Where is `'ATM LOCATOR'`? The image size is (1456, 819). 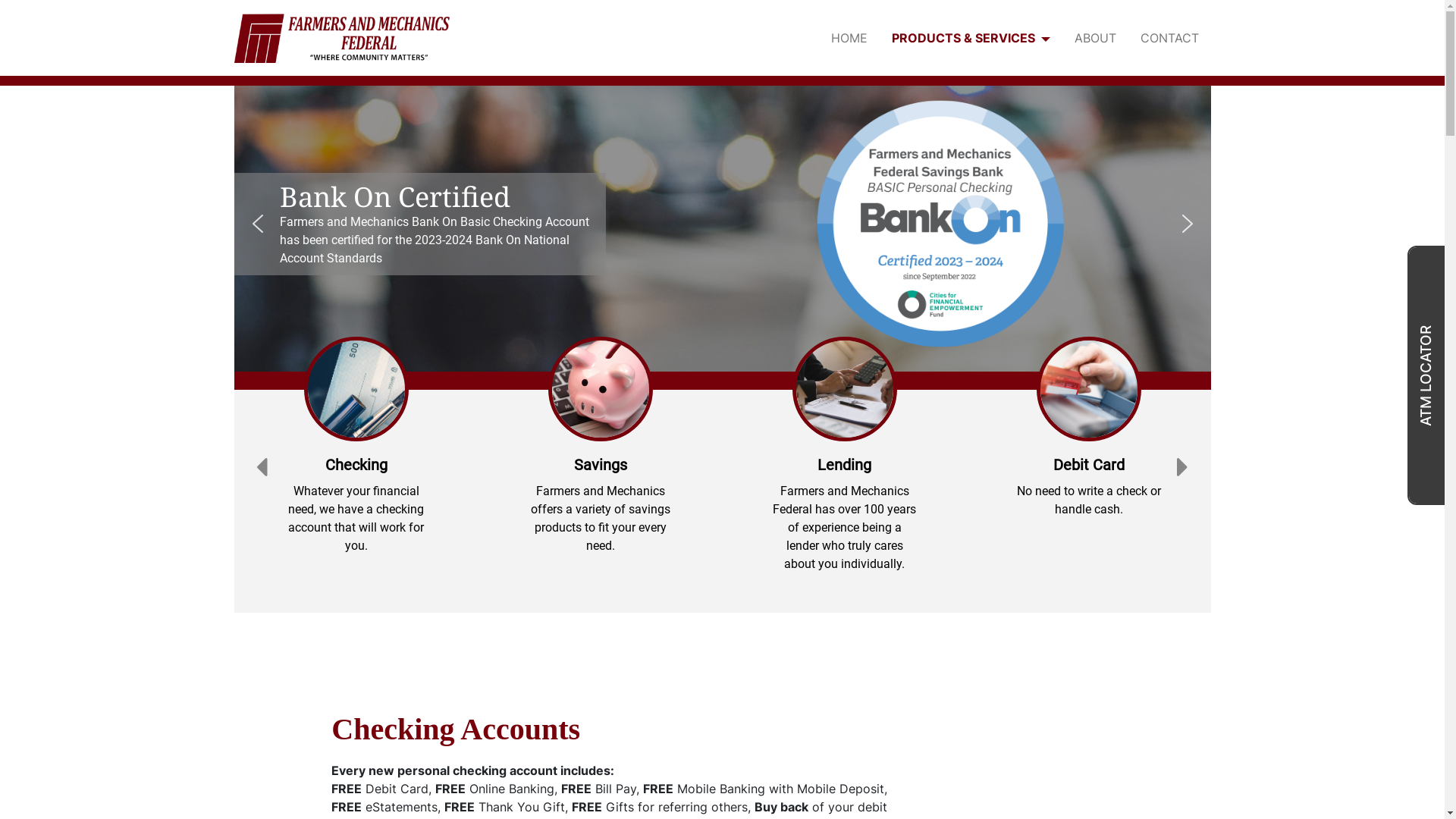
'ATM LOCATOR' is located at coordinates (1426, 375).